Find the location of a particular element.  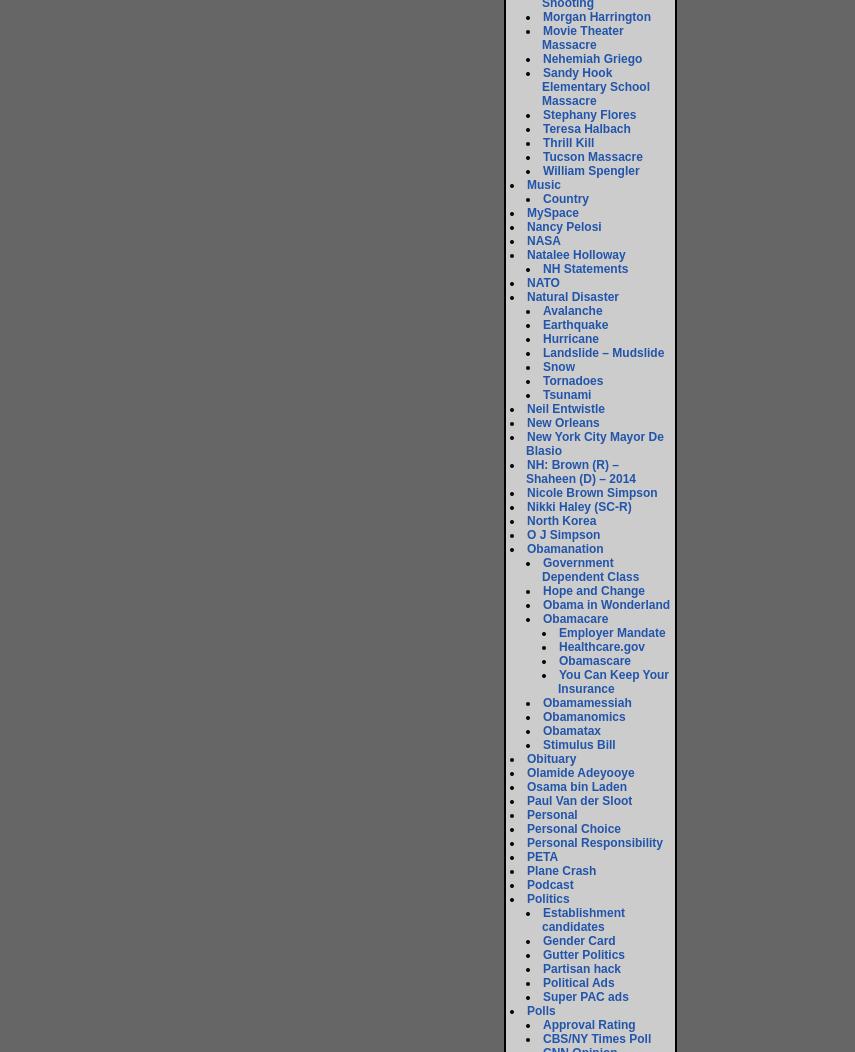

'Country' is located at coordinates (543, 199).